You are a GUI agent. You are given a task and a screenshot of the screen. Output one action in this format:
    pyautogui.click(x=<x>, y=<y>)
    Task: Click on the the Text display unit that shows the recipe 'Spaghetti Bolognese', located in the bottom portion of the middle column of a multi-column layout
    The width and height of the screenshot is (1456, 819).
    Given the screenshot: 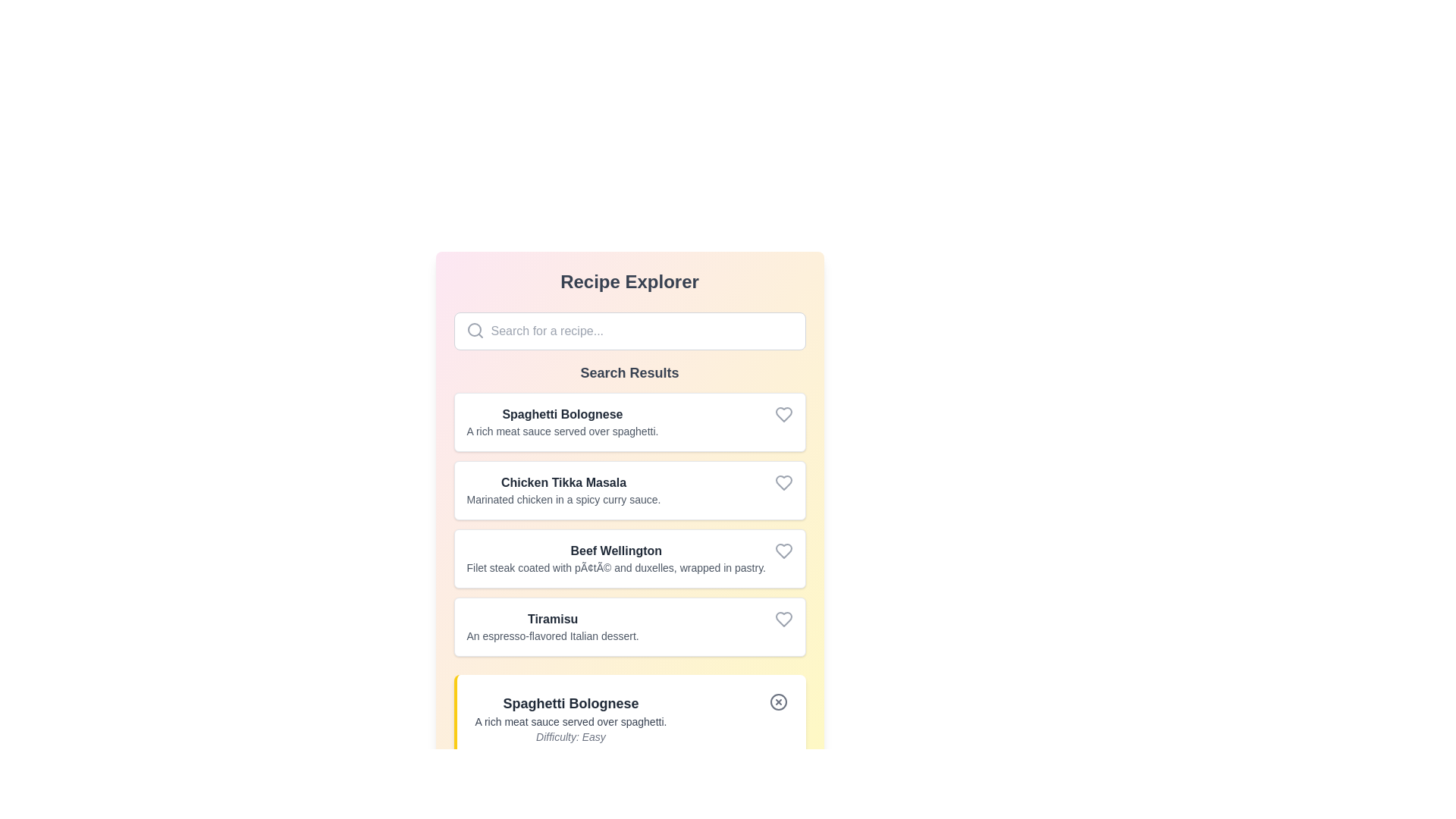 What is the action you would take?
    pyautogui.click(x=570, y=718)
    